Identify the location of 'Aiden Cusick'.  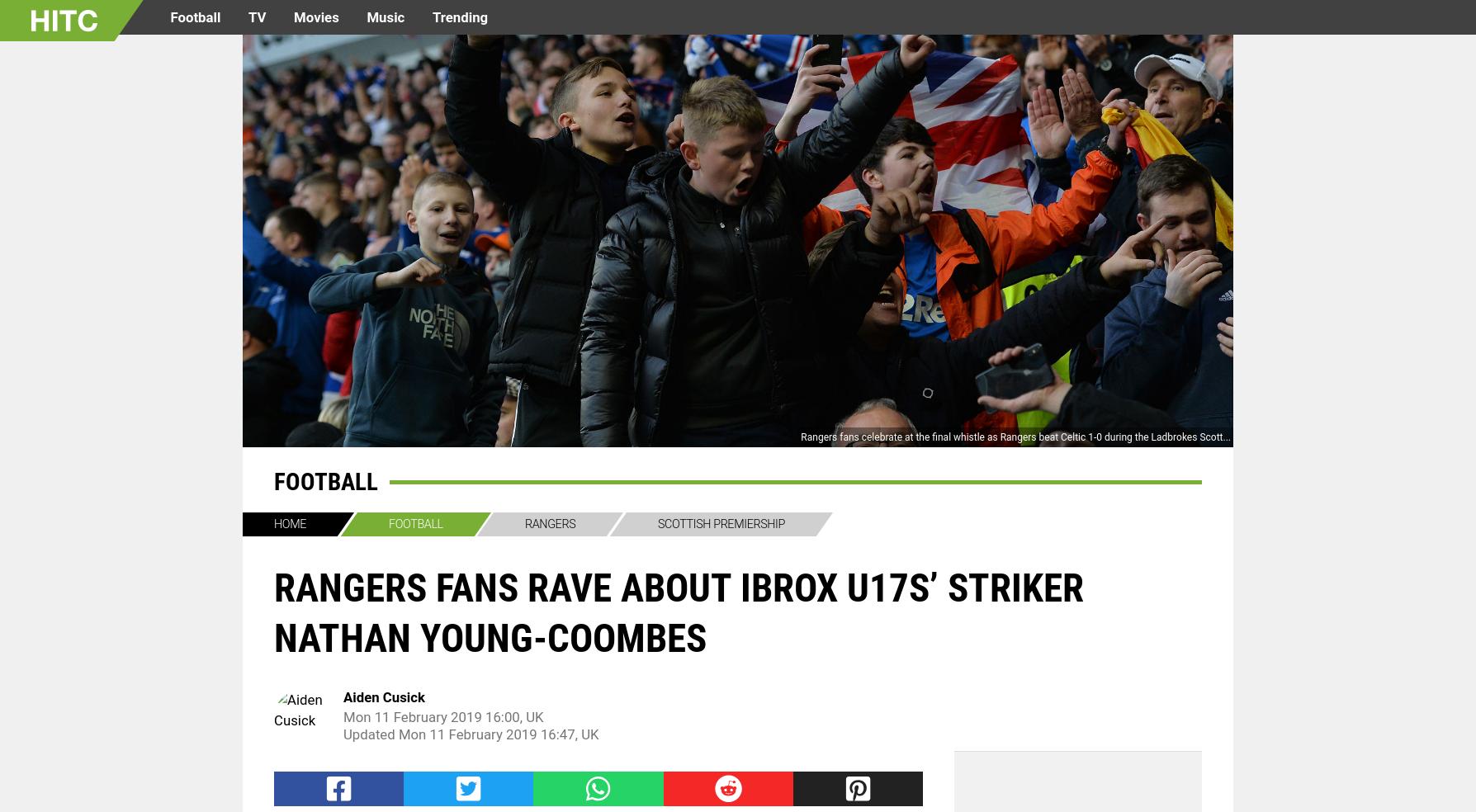
(384, 696).